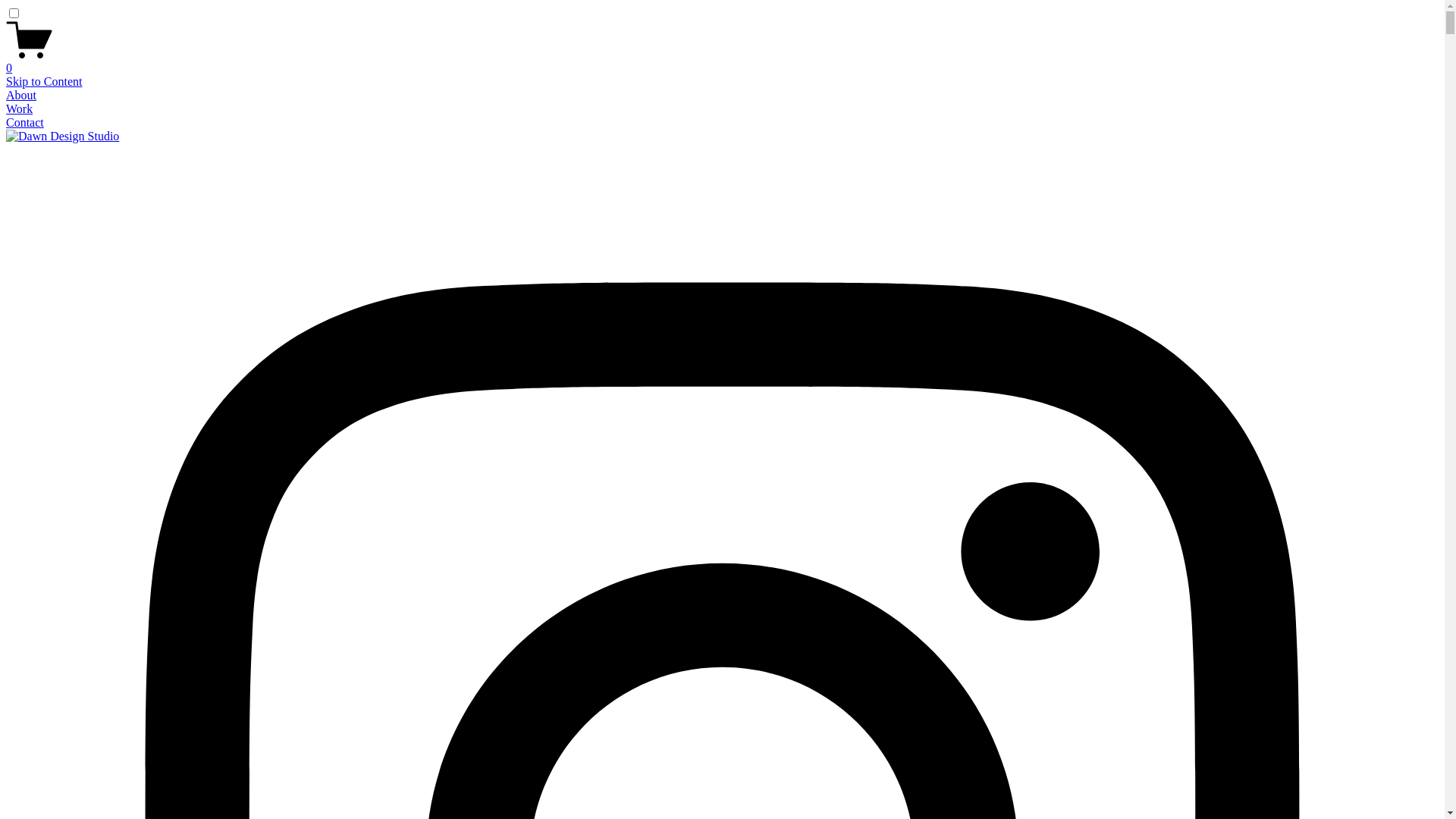  What do you see at coordinates (721, 61) in the screenshot?
I see `'0'` at bounding box center [721, 61].